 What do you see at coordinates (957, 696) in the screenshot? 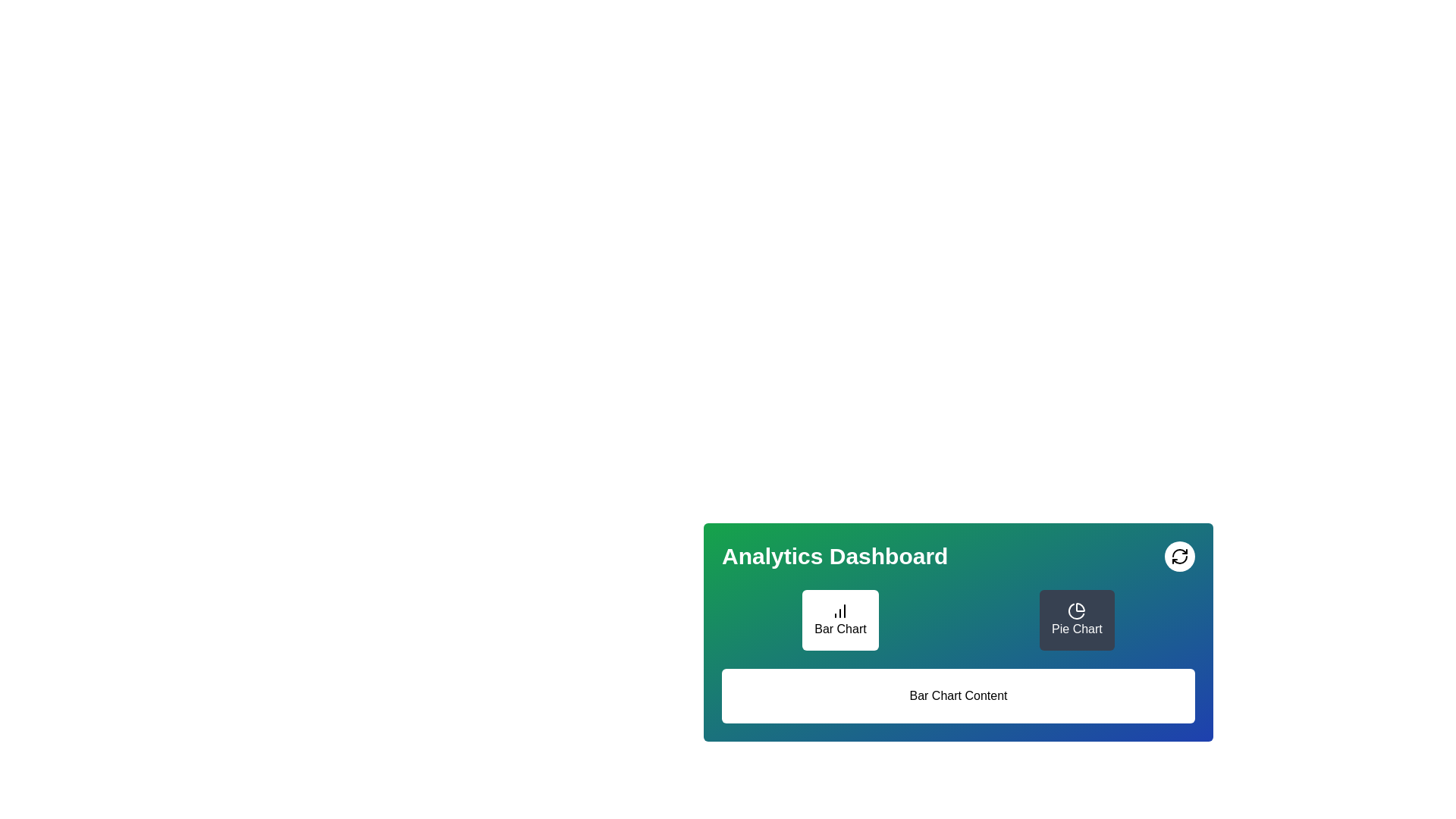
I see `text displayed in the rectangular area with a white background that shows 'Bar Chart Content' in the Analytics Dashboard` at bounding box center [957, 696].